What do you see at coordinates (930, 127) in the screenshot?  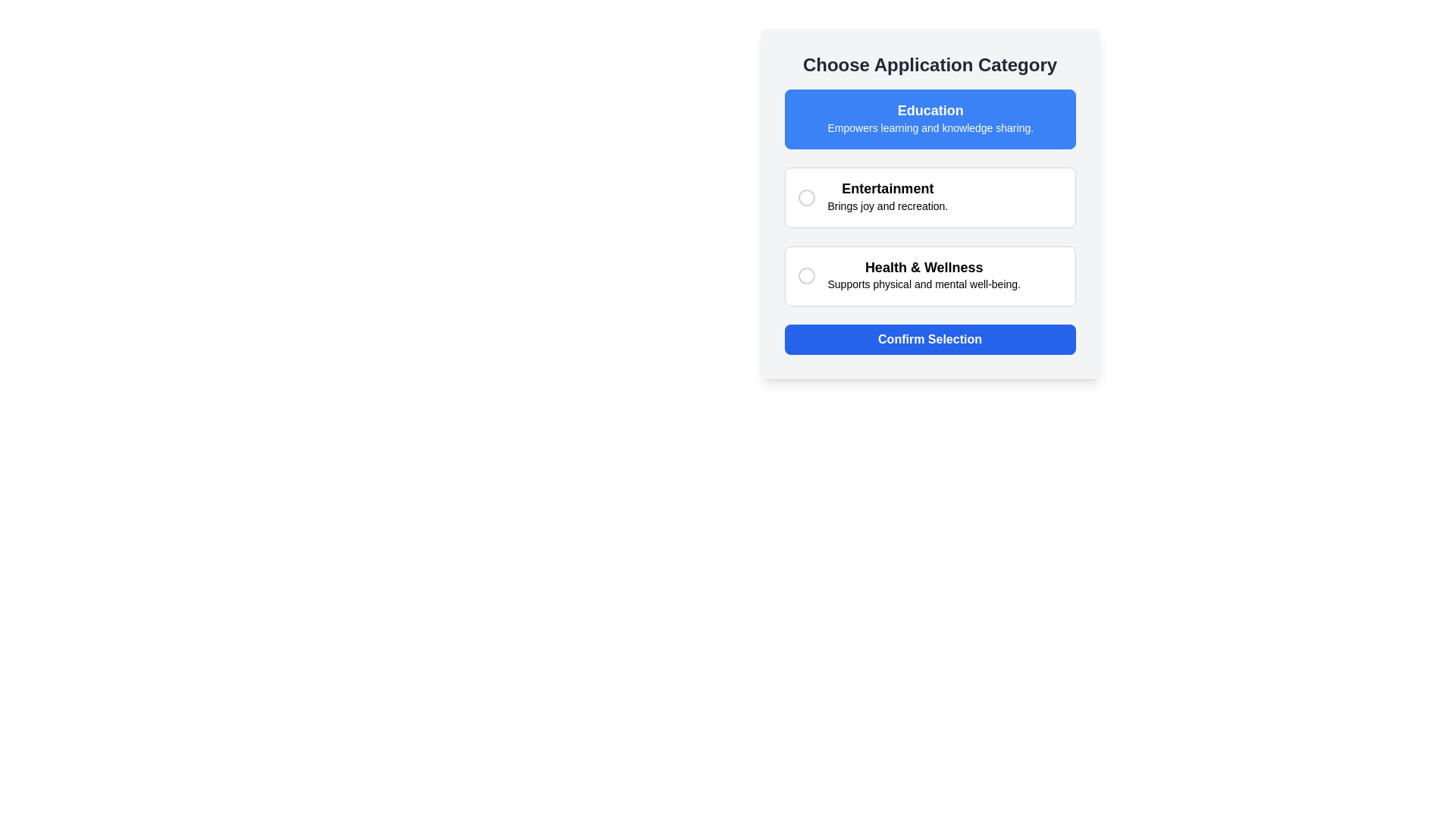 I see `text label that contains 'Empowers learning and knowledge sharing.' located below the bold 'Education' label within the blue background card` at bounding box center [930, 127].